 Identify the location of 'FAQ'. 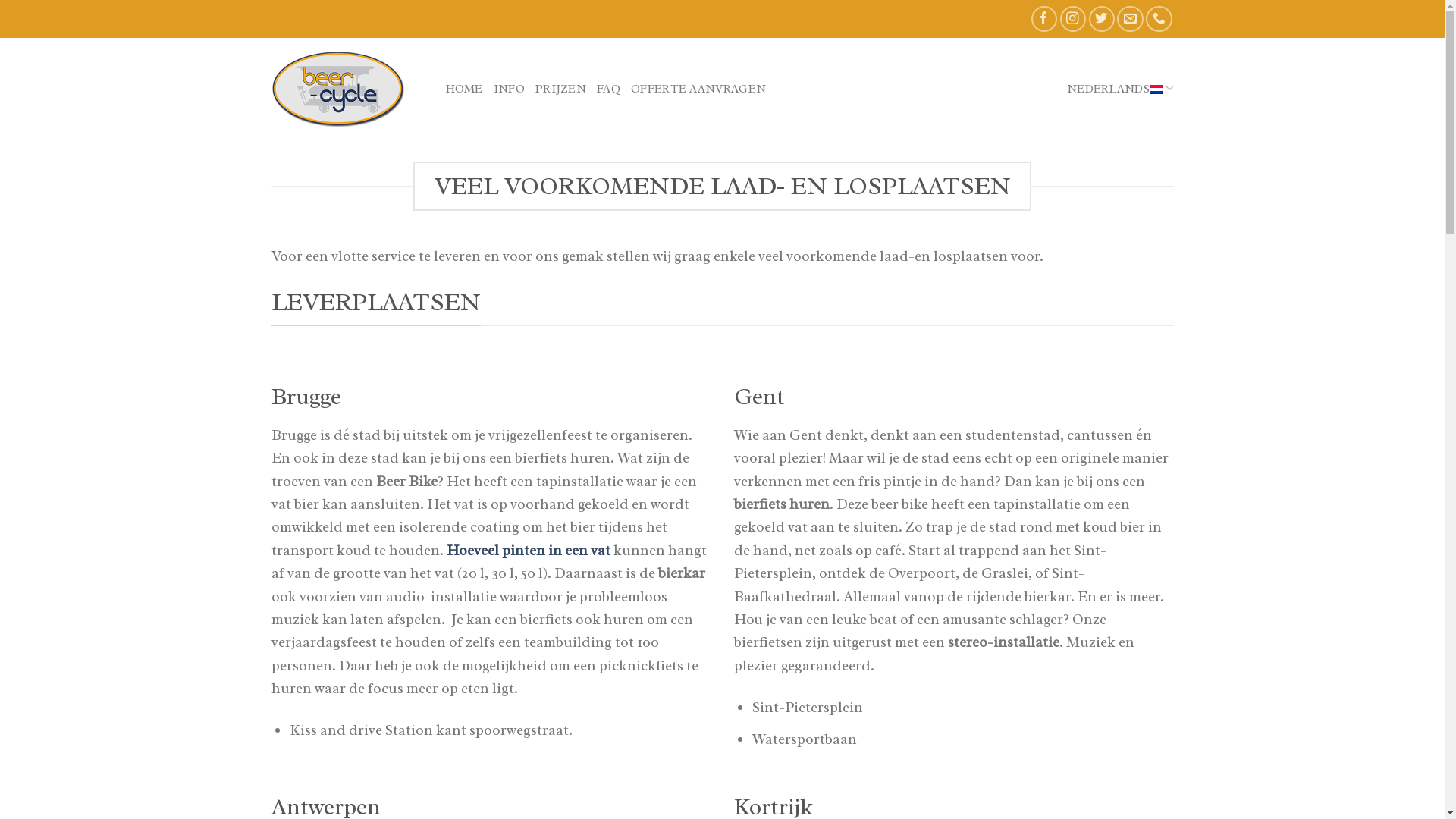
(608, 87).